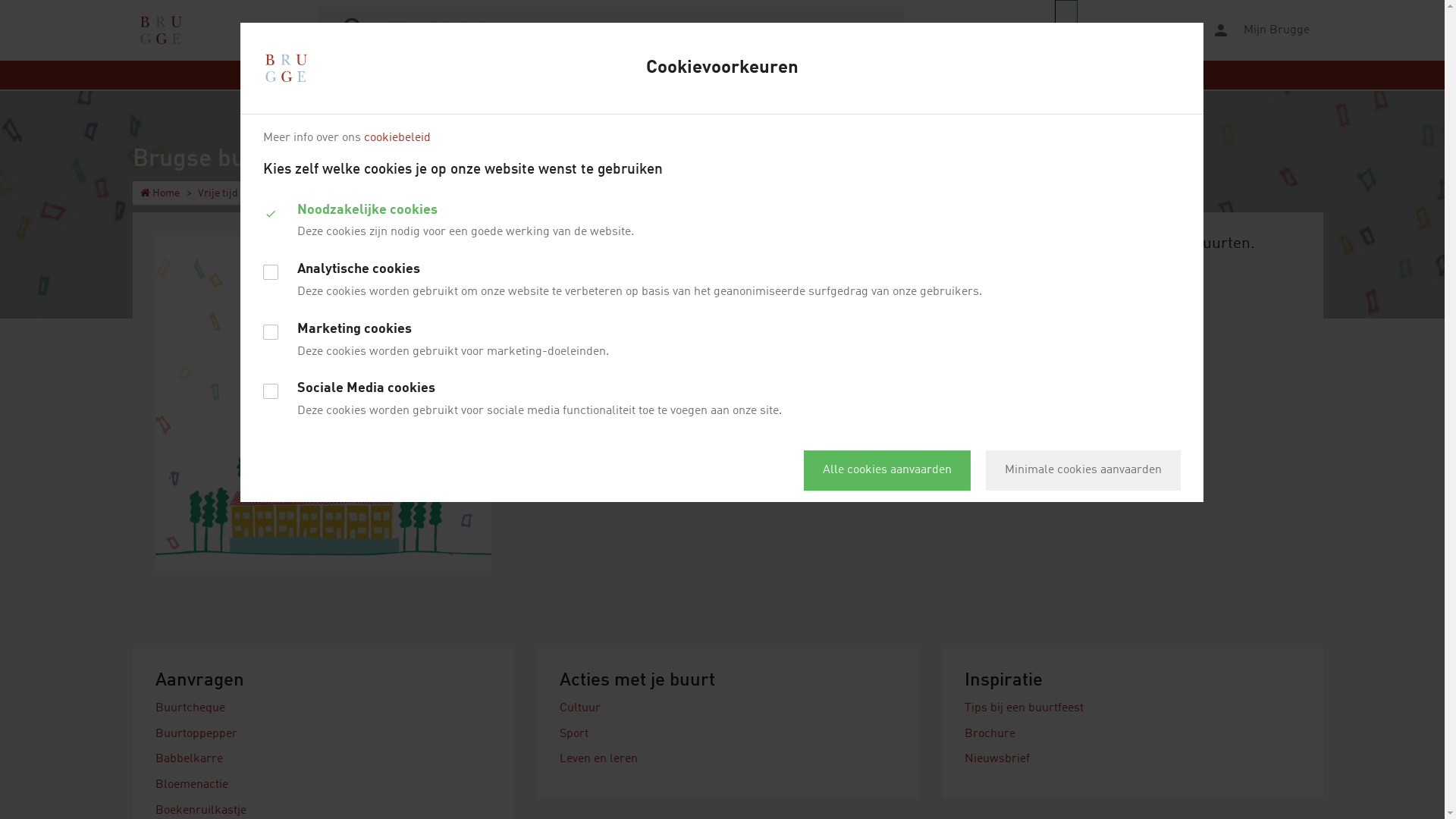  Describe the element at coordinates (1054, 30) in the screenshot. I see `'Lees voor'` at that location.